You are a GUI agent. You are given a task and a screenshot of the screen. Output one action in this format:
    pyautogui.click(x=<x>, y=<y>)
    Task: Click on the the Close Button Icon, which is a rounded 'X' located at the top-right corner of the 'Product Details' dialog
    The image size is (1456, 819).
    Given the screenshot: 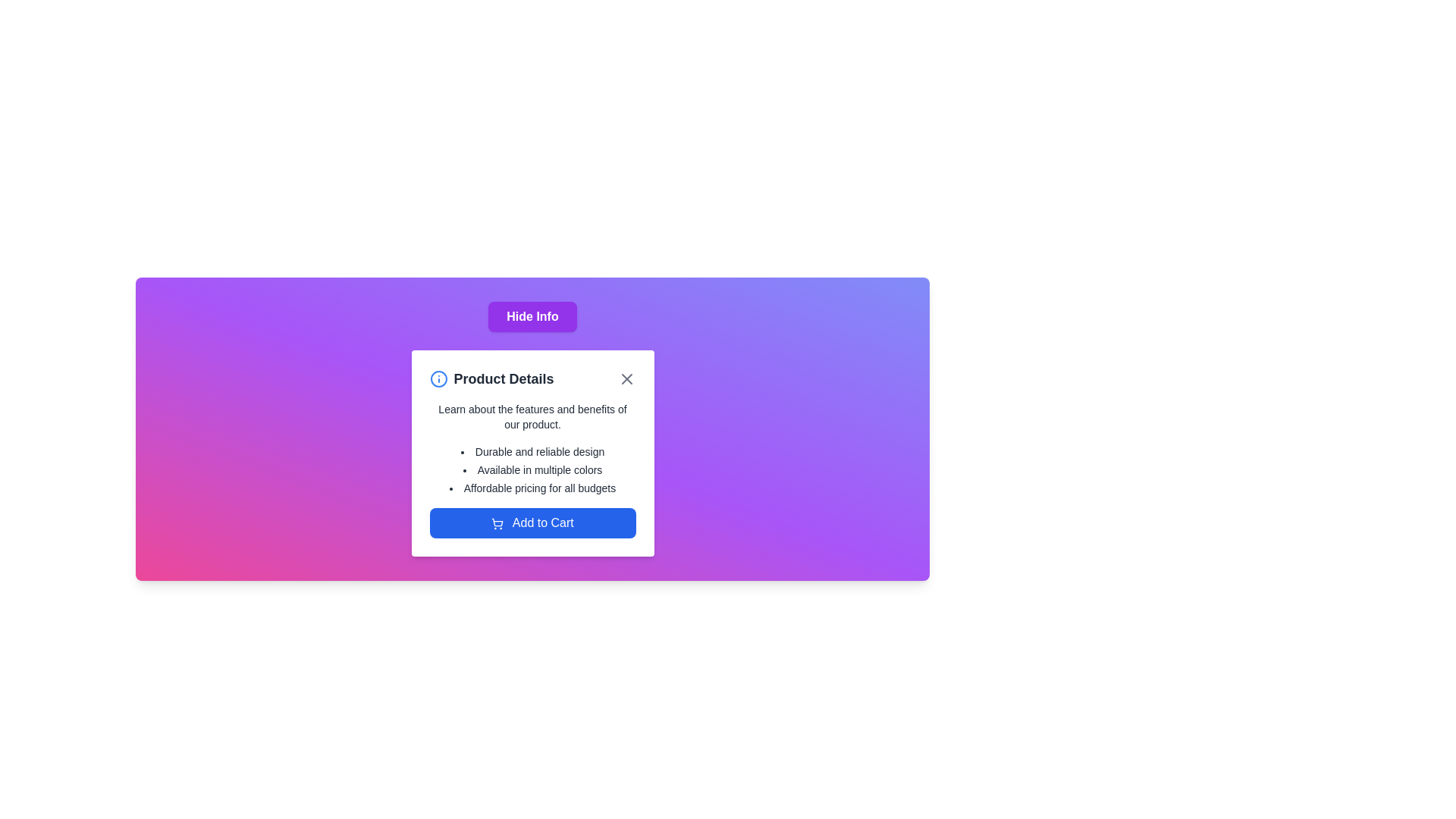 What is the action you would take?
    pyautogui.click(x=626, y=378)
    